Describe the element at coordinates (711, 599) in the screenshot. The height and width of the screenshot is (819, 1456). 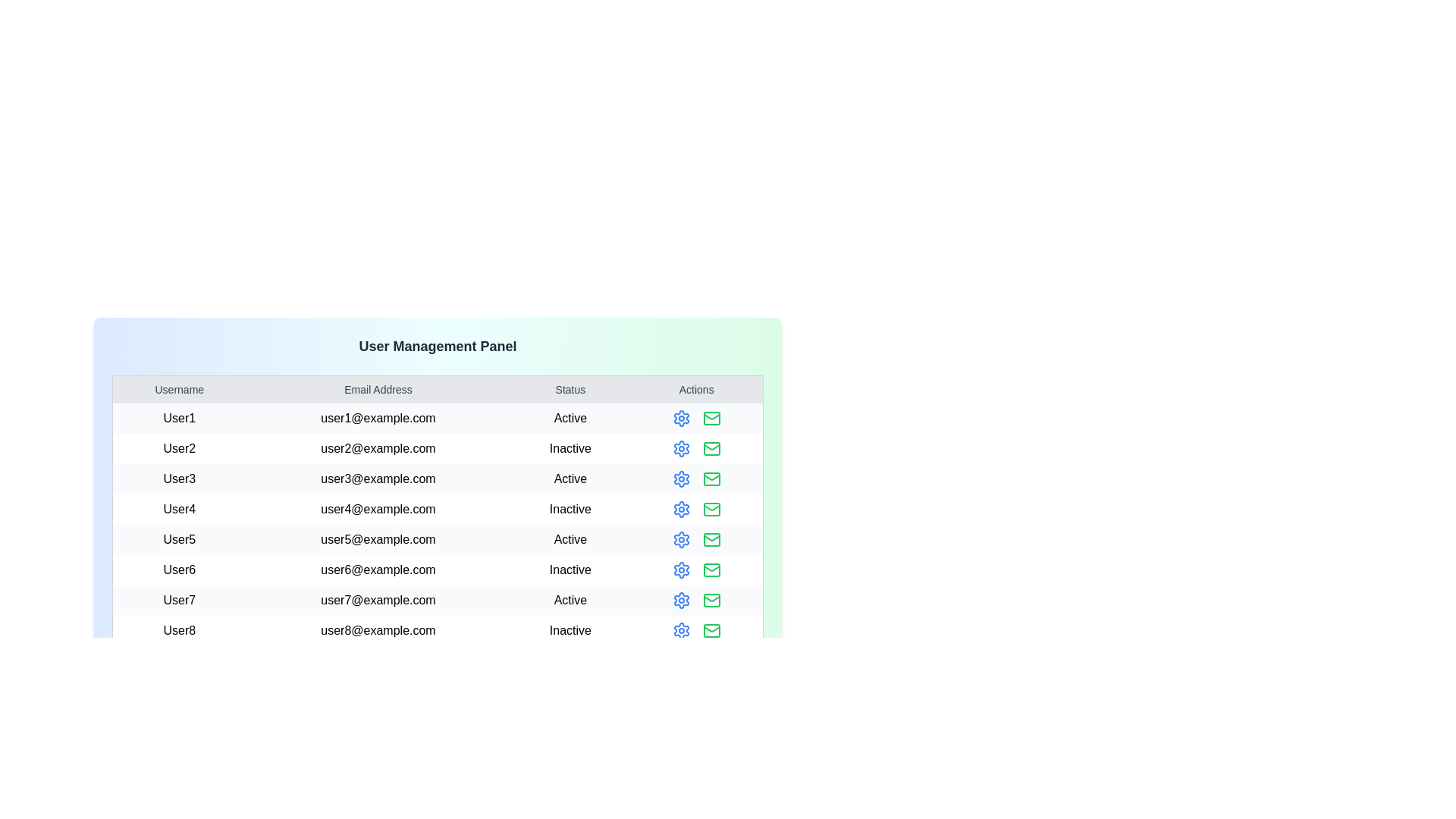
I see `the mail icon for the user identified by User7` at that location.